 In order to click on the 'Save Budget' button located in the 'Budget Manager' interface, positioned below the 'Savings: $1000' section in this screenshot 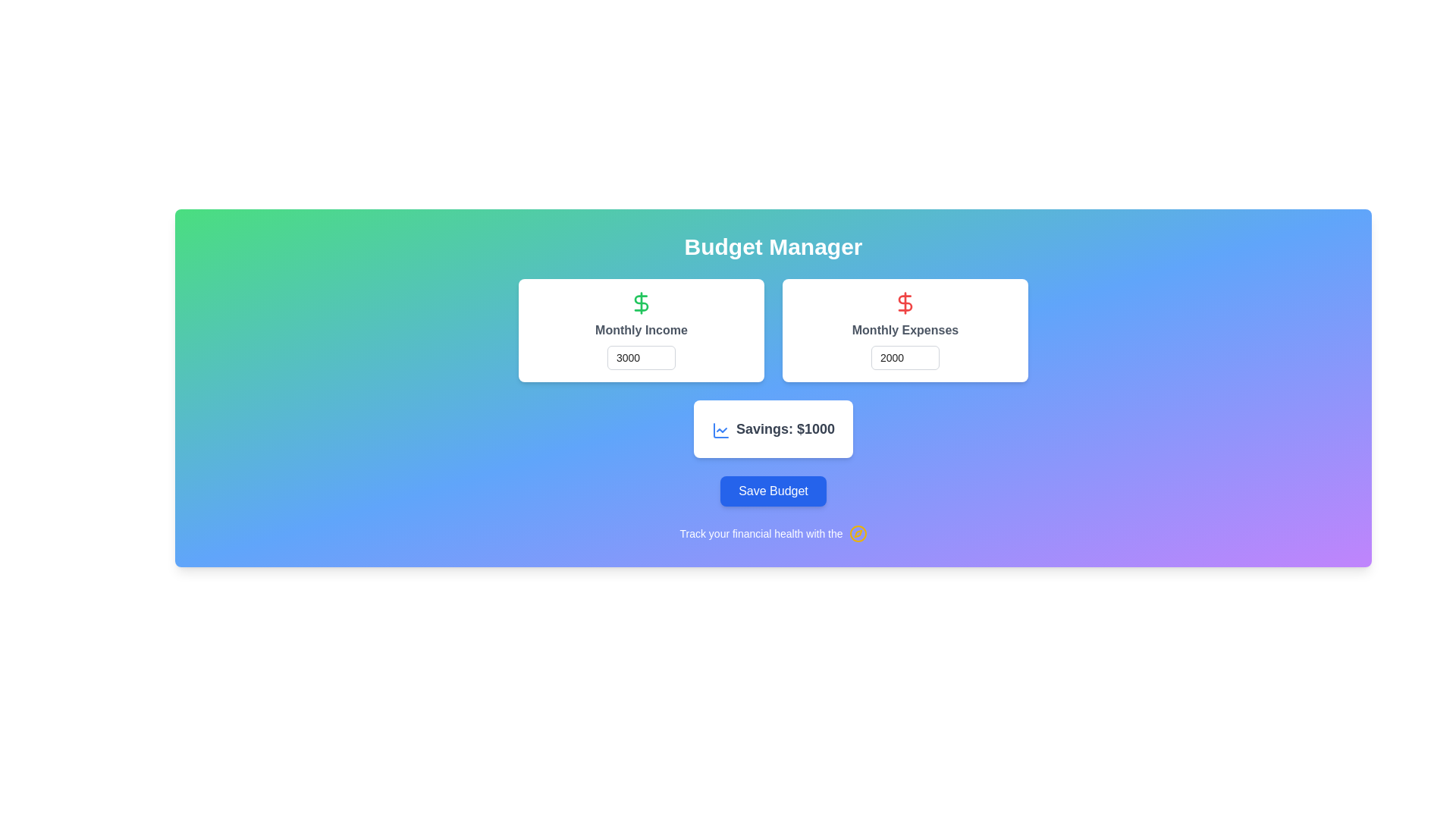, I will do `click(773, 491)`.